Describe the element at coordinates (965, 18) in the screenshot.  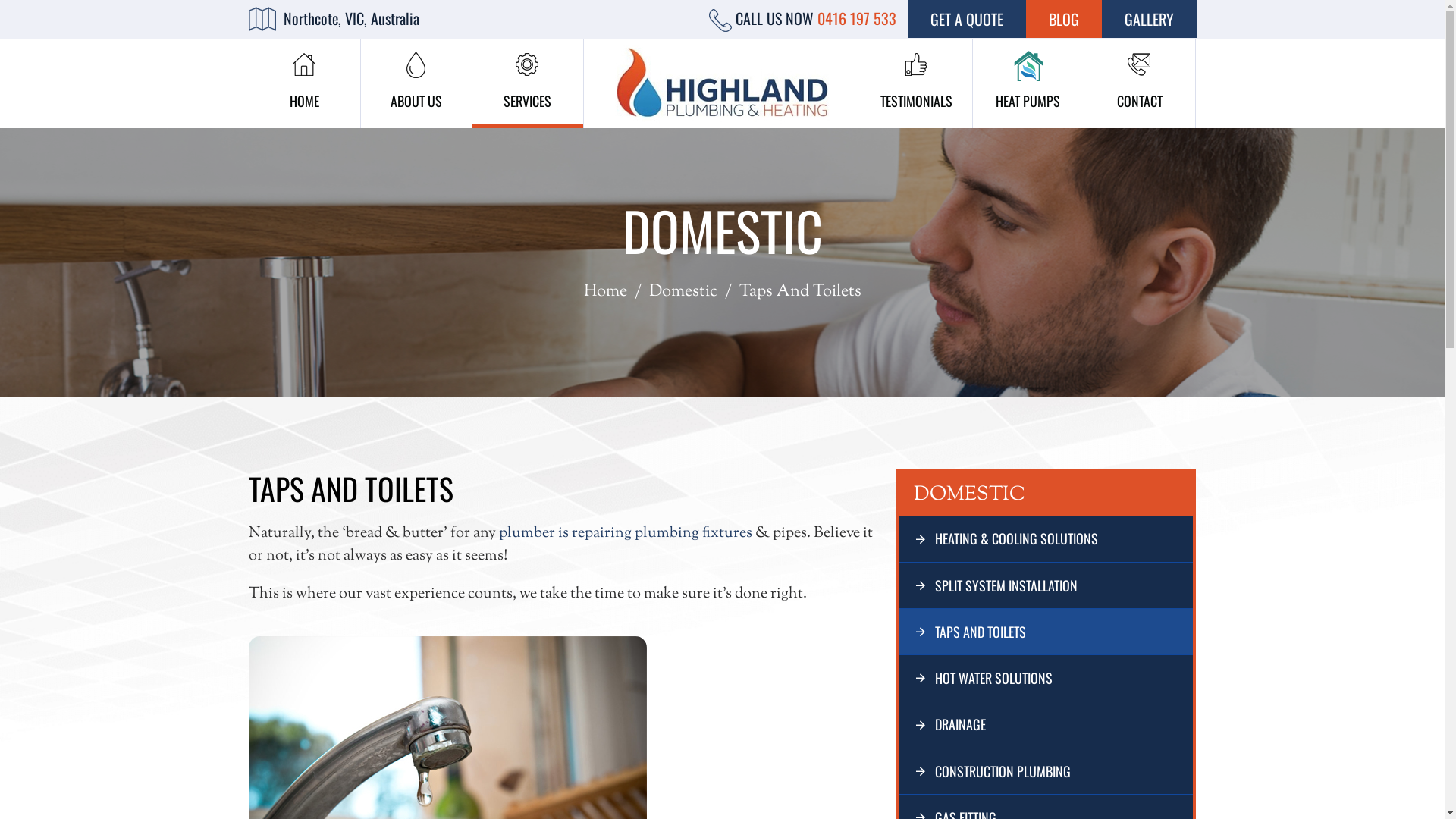
I see `'GET A QUOTE'` at that location.